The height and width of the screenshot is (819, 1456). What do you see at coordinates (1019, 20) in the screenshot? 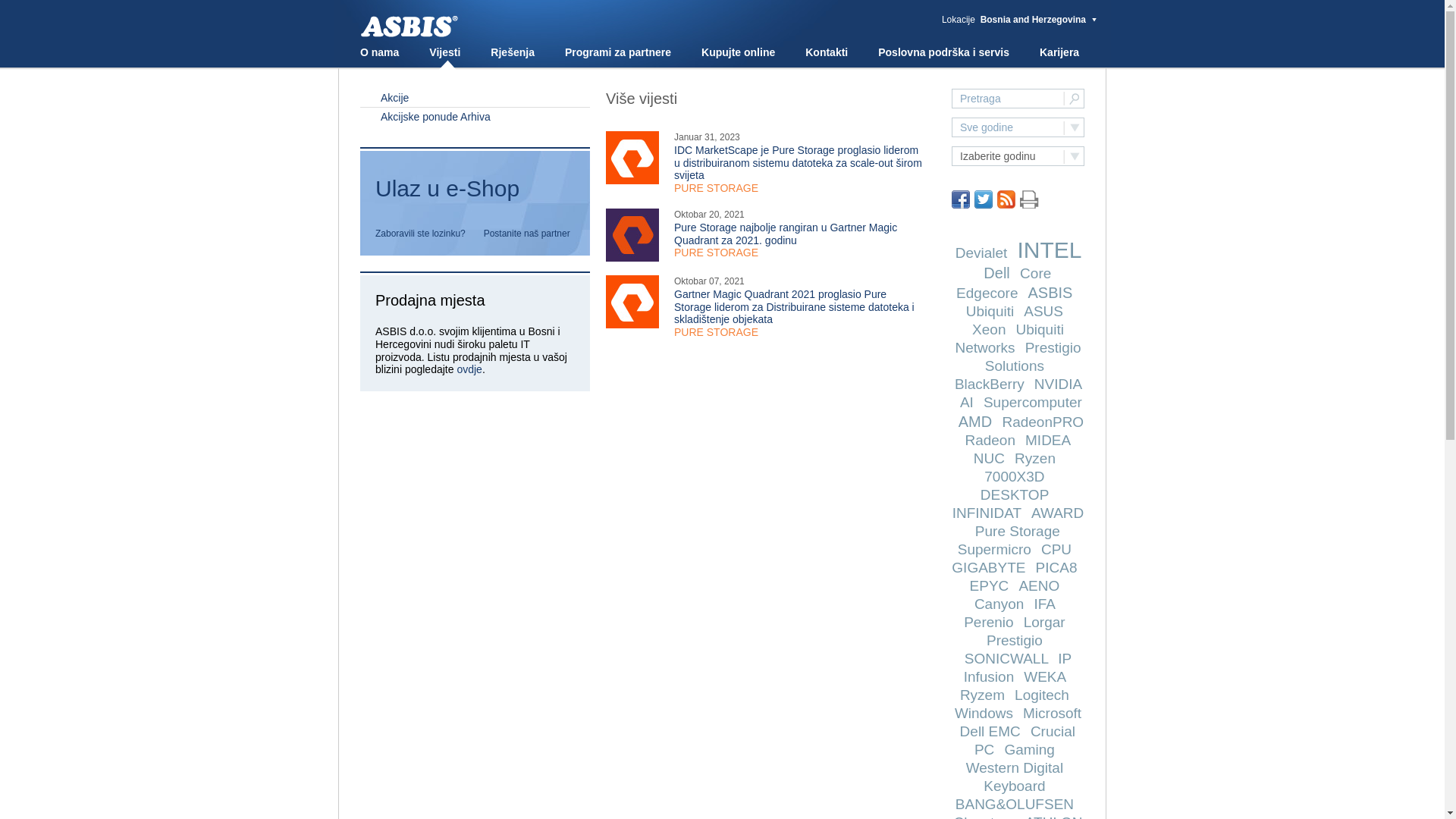
I see `'Lokacije  Bosnia and Herzegovina'` at bounding box center [1019, 20].